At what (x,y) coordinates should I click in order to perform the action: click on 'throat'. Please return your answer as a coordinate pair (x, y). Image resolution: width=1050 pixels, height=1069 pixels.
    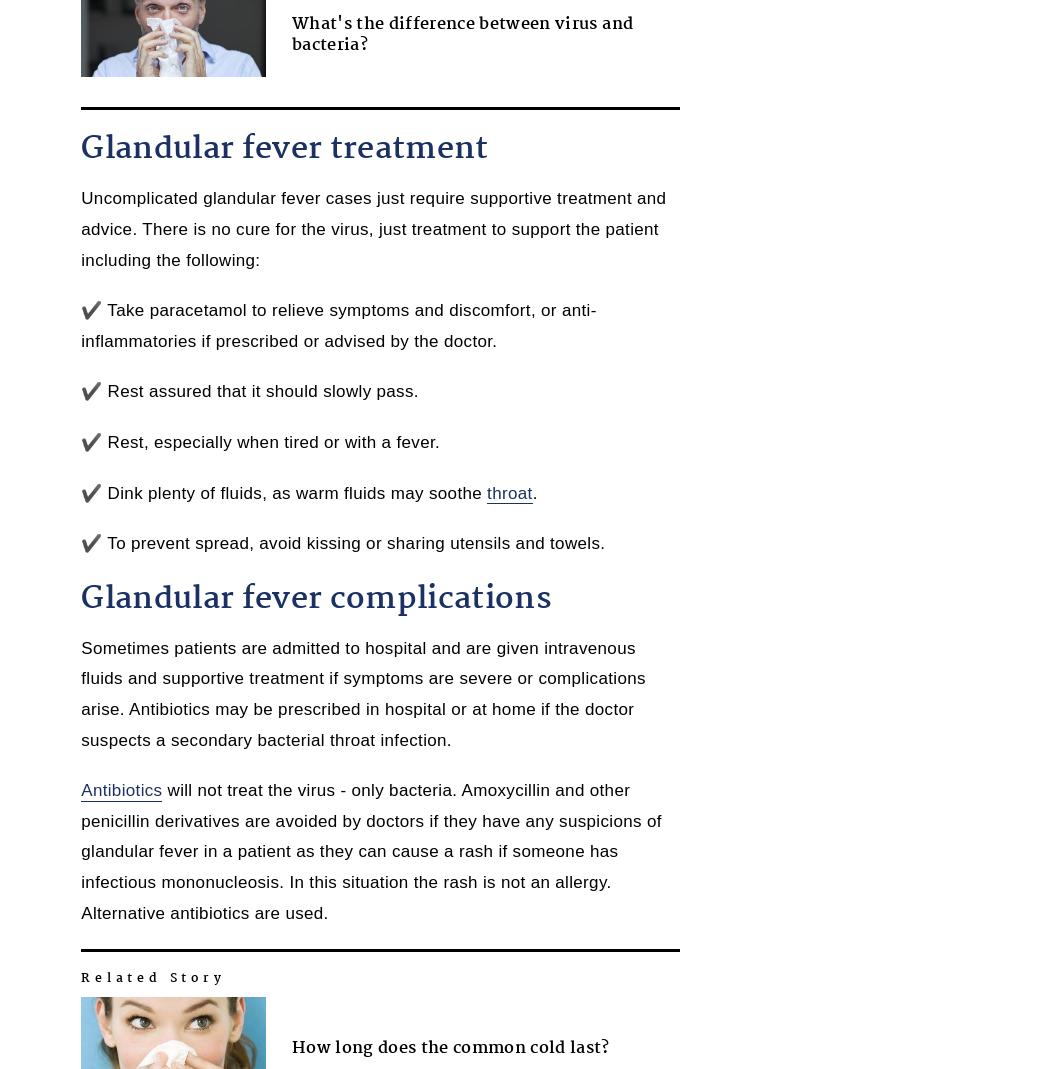
    Looking at the image, I should click on (508, 491).